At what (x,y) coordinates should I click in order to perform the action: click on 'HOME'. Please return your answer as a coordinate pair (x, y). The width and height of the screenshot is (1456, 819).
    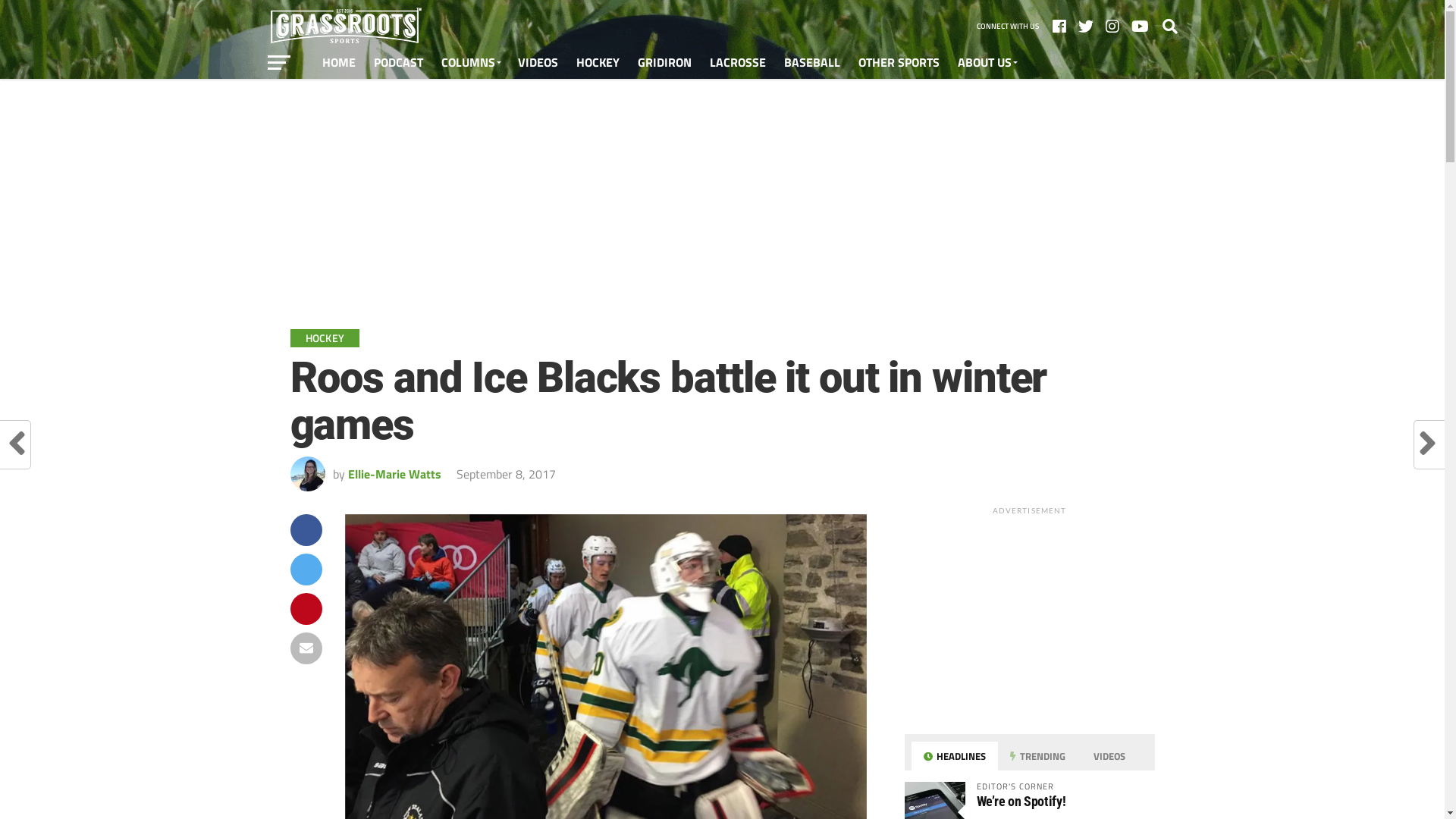
    Looking at the image, I should click on (337, 61).